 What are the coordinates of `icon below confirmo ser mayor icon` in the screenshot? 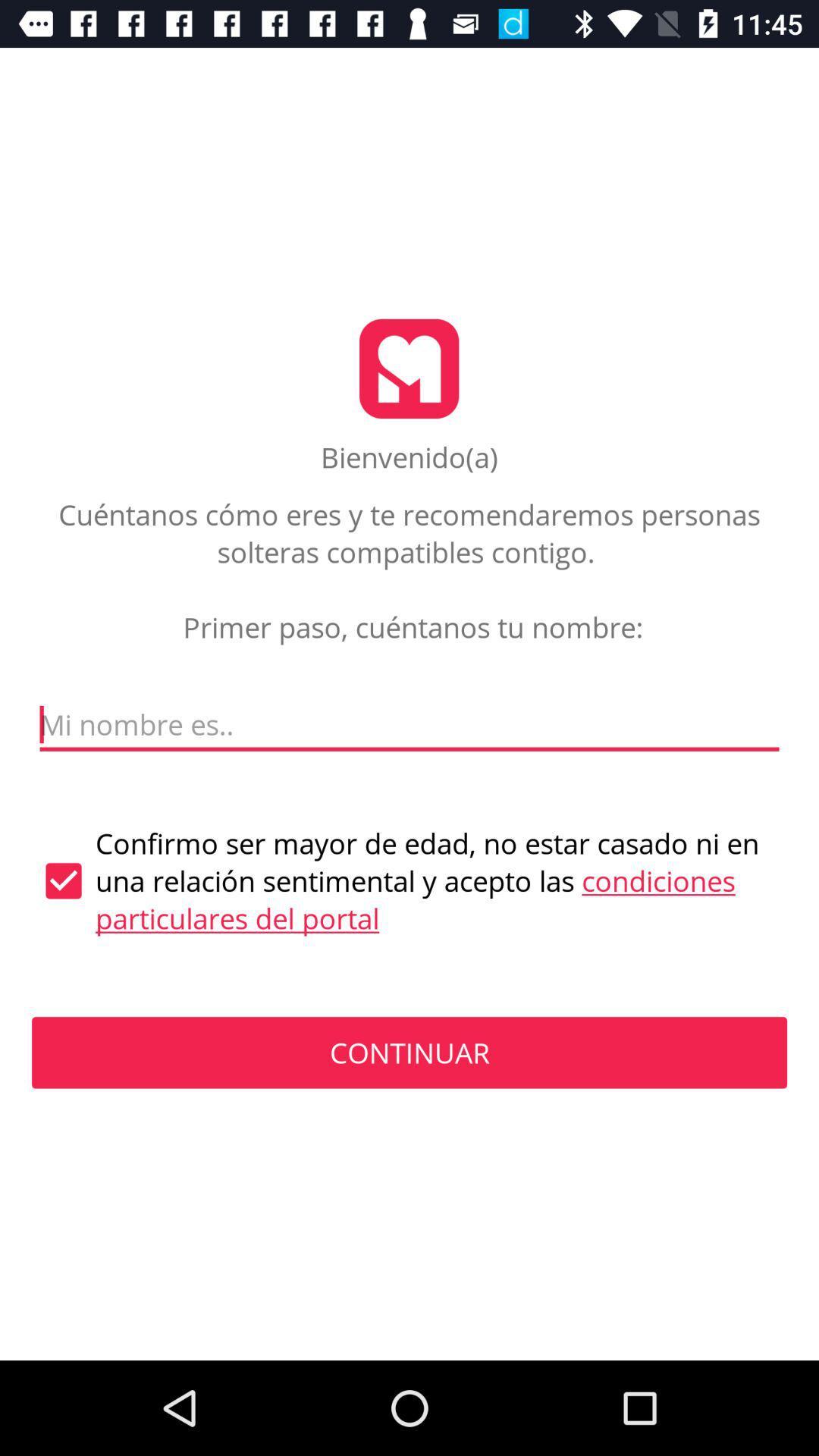 It's located at (409, 1052).